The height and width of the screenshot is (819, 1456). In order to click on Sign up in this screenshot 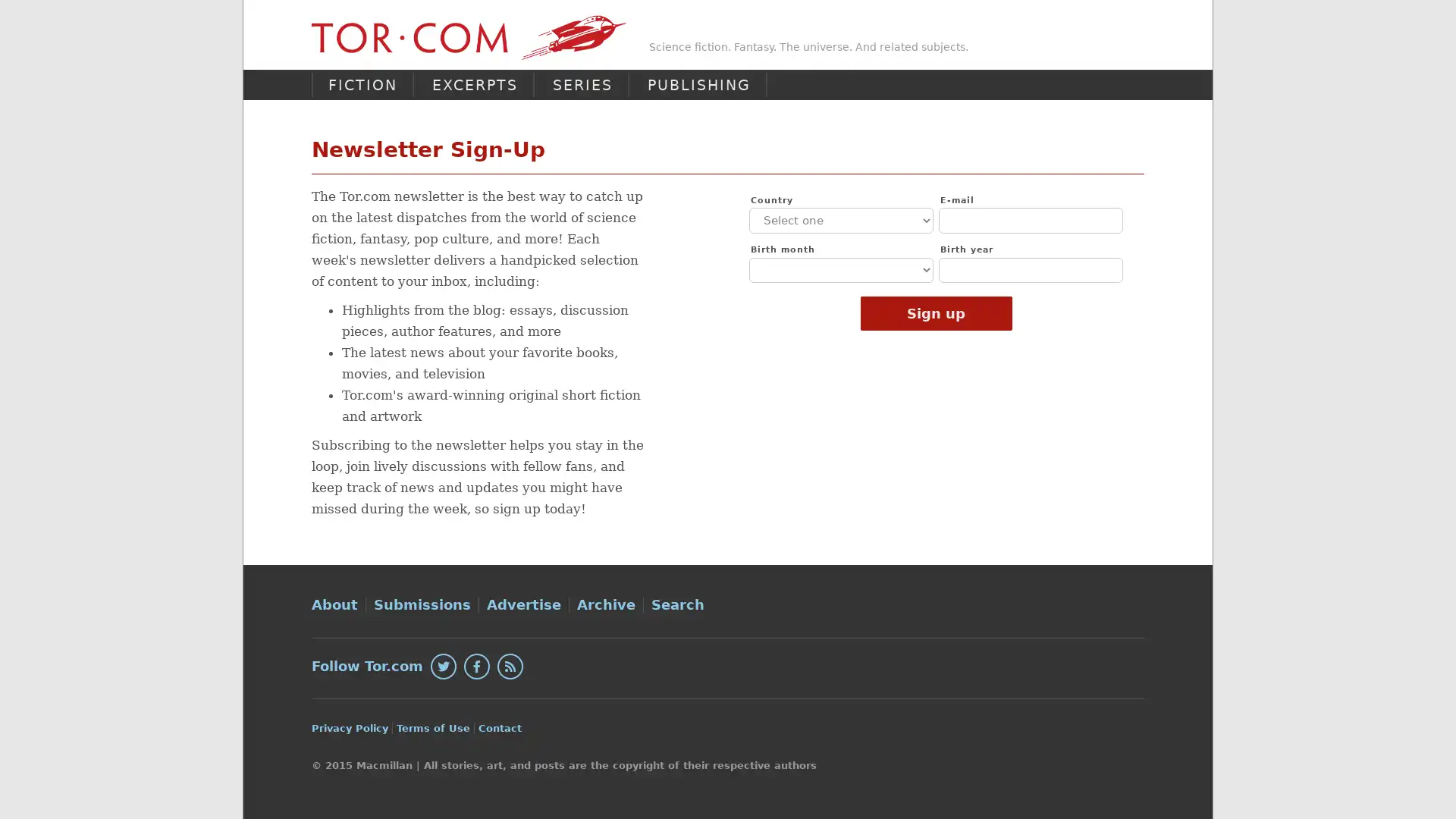, I will do `click(934, 312)`.